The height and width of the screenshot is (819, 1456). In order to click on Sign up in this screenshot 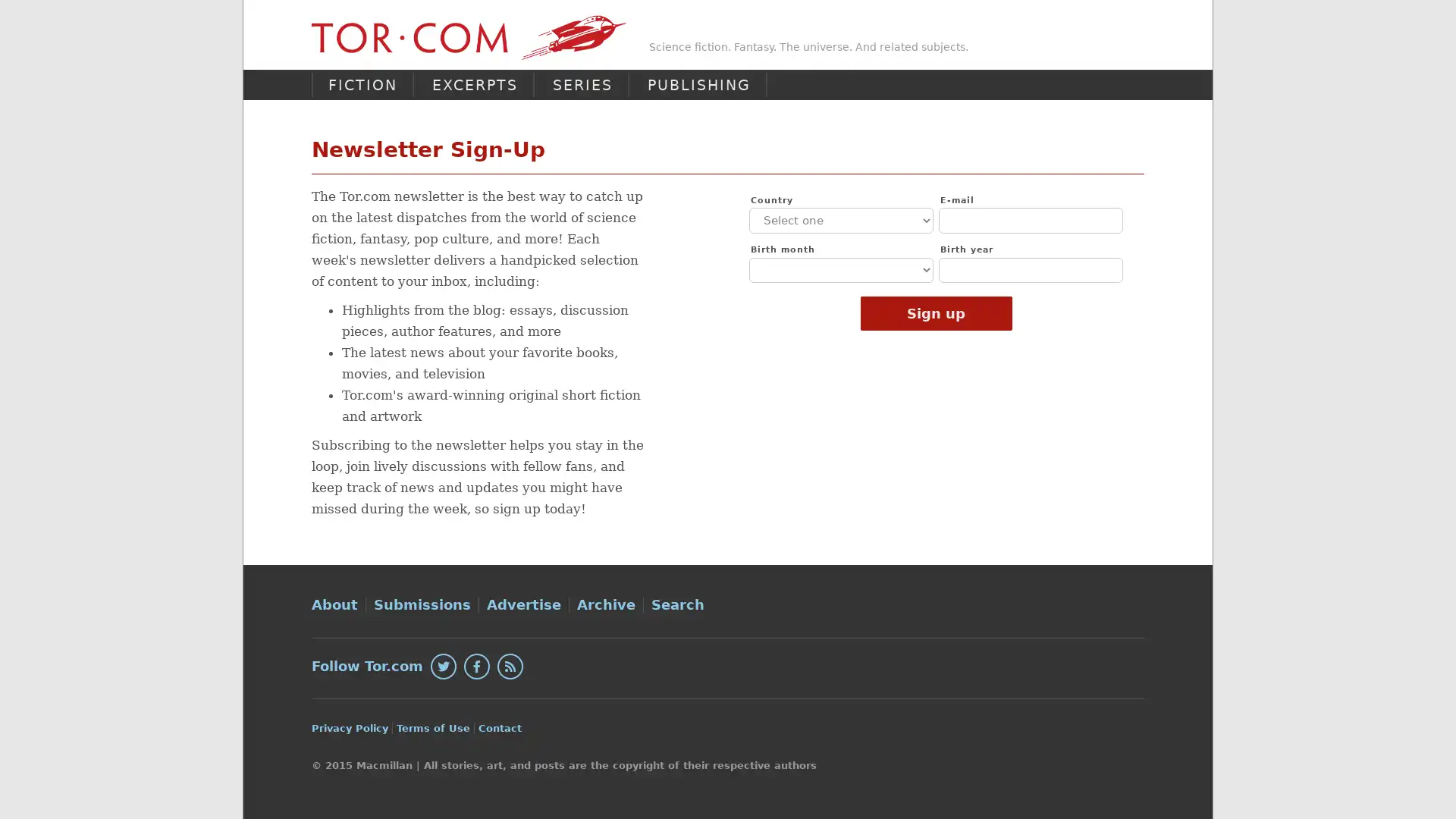, I will do `click(934, 312)`.